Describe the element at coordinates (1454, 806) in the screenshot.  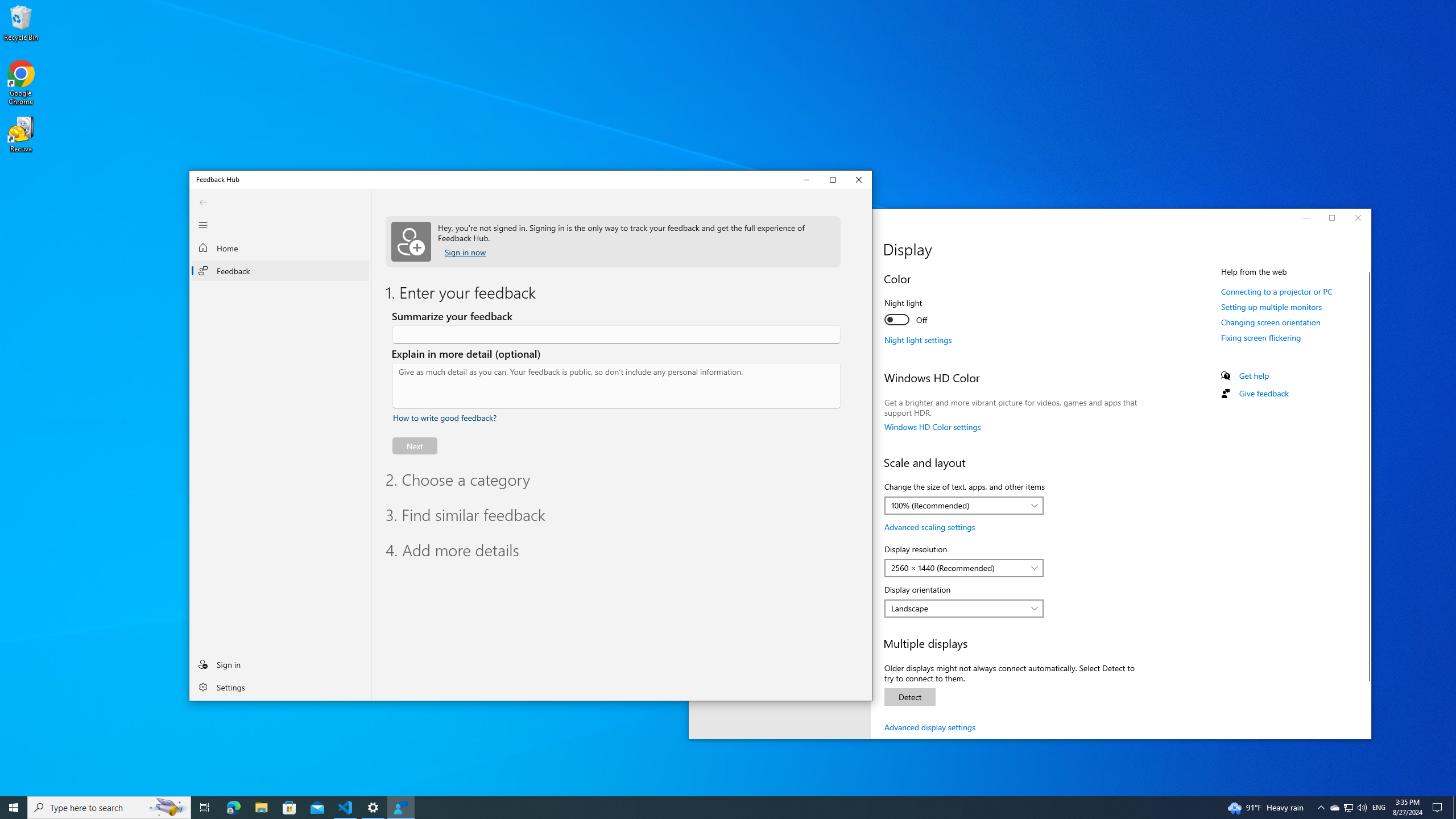
I see `'Show desktop'` at that location.